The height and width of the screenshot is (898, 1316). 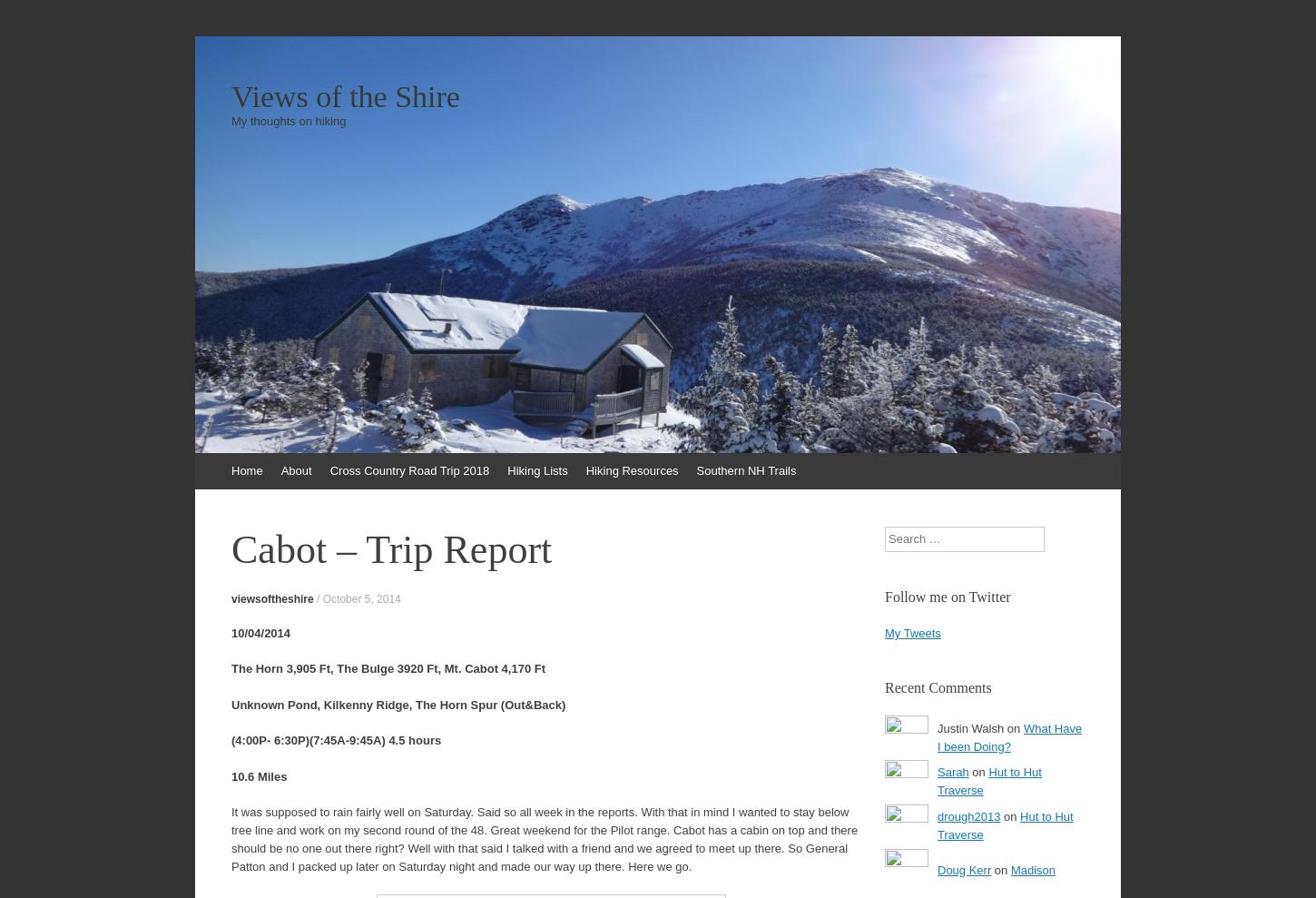 I want to click on 'Recent Comments', so click(x=938, y=687).